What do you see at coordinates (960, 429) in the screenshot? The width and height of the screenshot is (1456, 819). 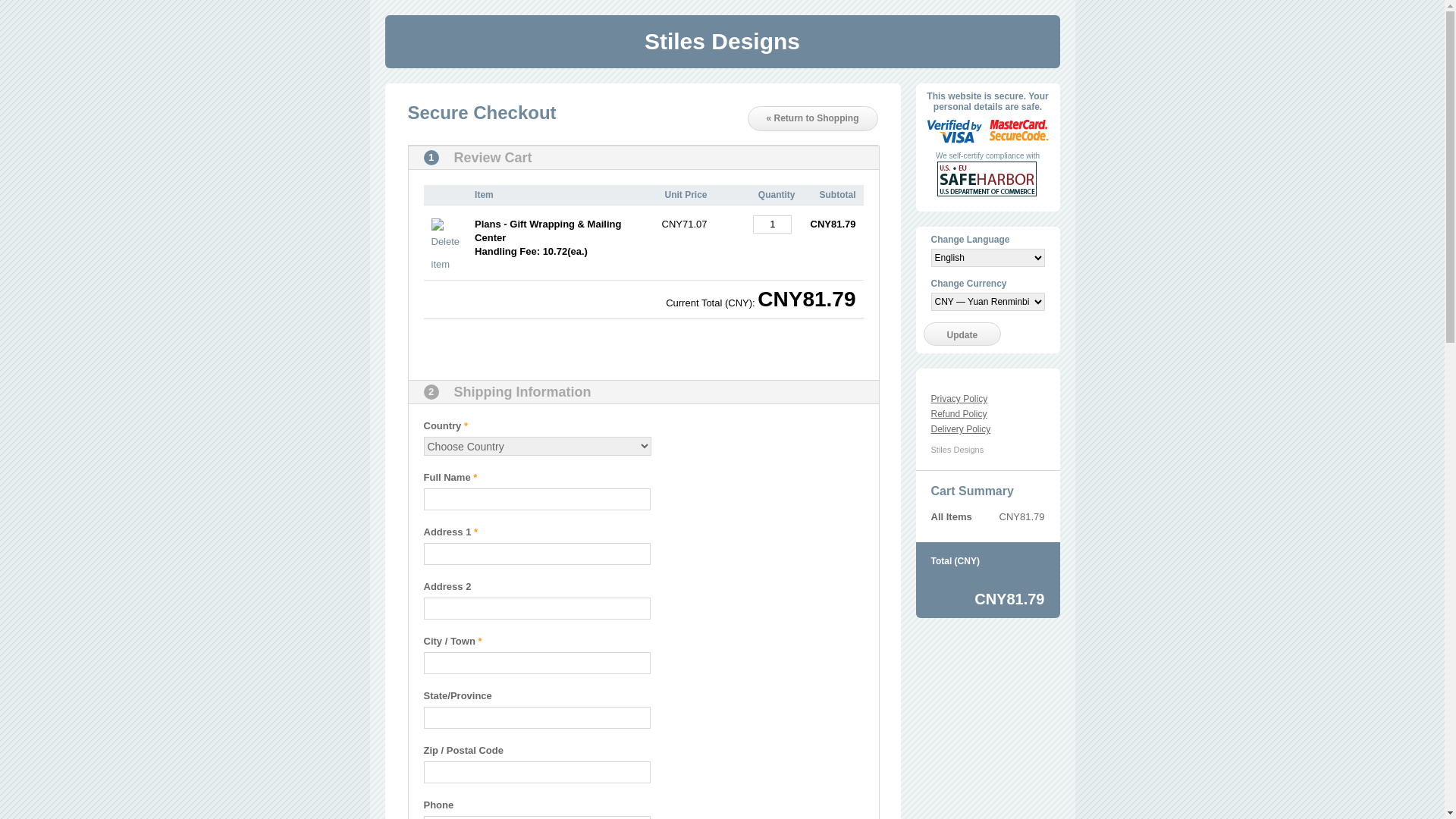 I see `'Delivery Policy'` at bounding box center [960, 429].